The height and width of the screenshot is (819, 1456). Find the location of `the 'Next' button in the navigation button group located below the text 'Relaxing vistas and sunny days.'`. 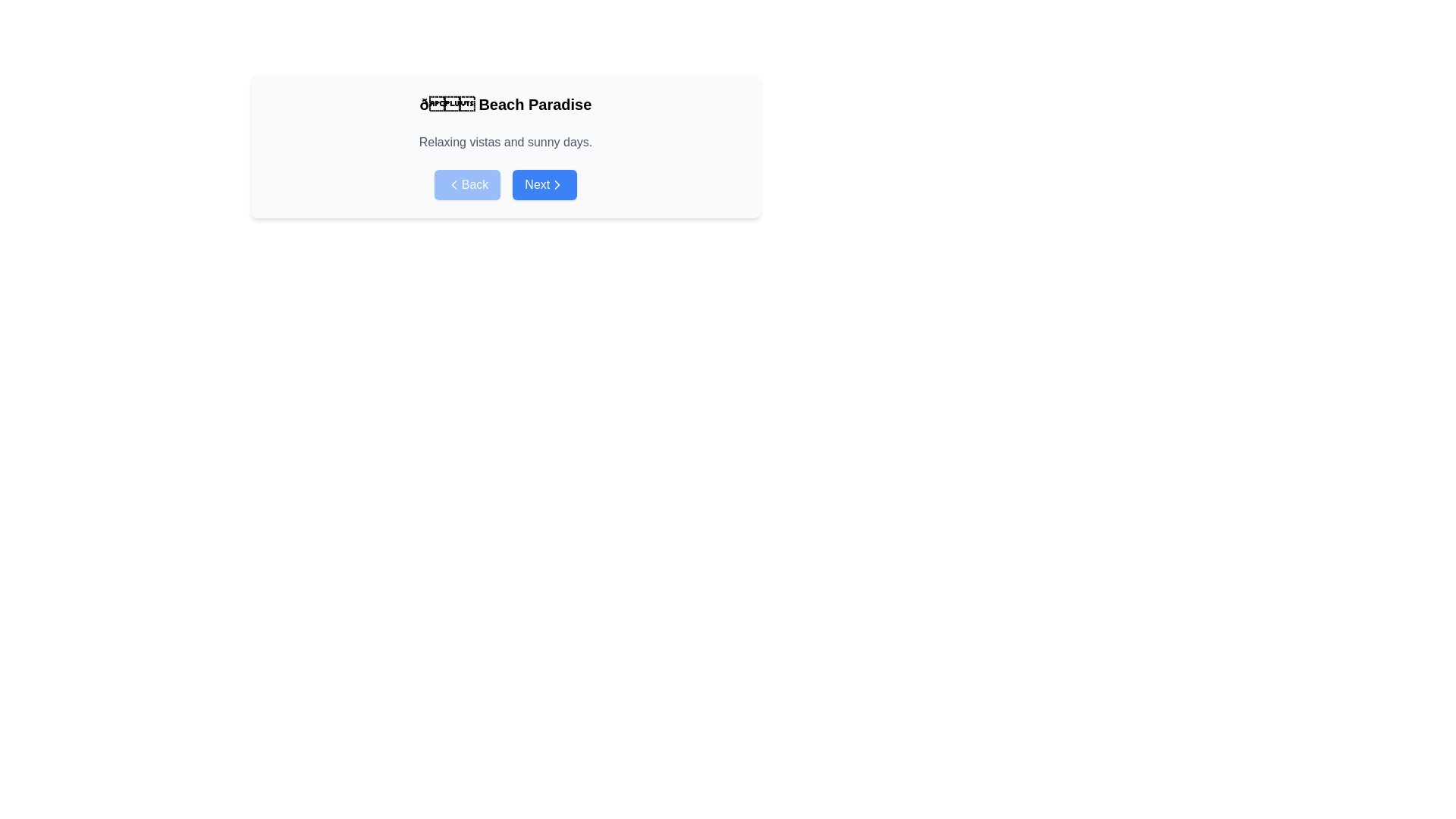

the 'Next' button in the navigation button group located below the text 'Relaxing vistas and sunny days.' is located at coordinates (506, 184).